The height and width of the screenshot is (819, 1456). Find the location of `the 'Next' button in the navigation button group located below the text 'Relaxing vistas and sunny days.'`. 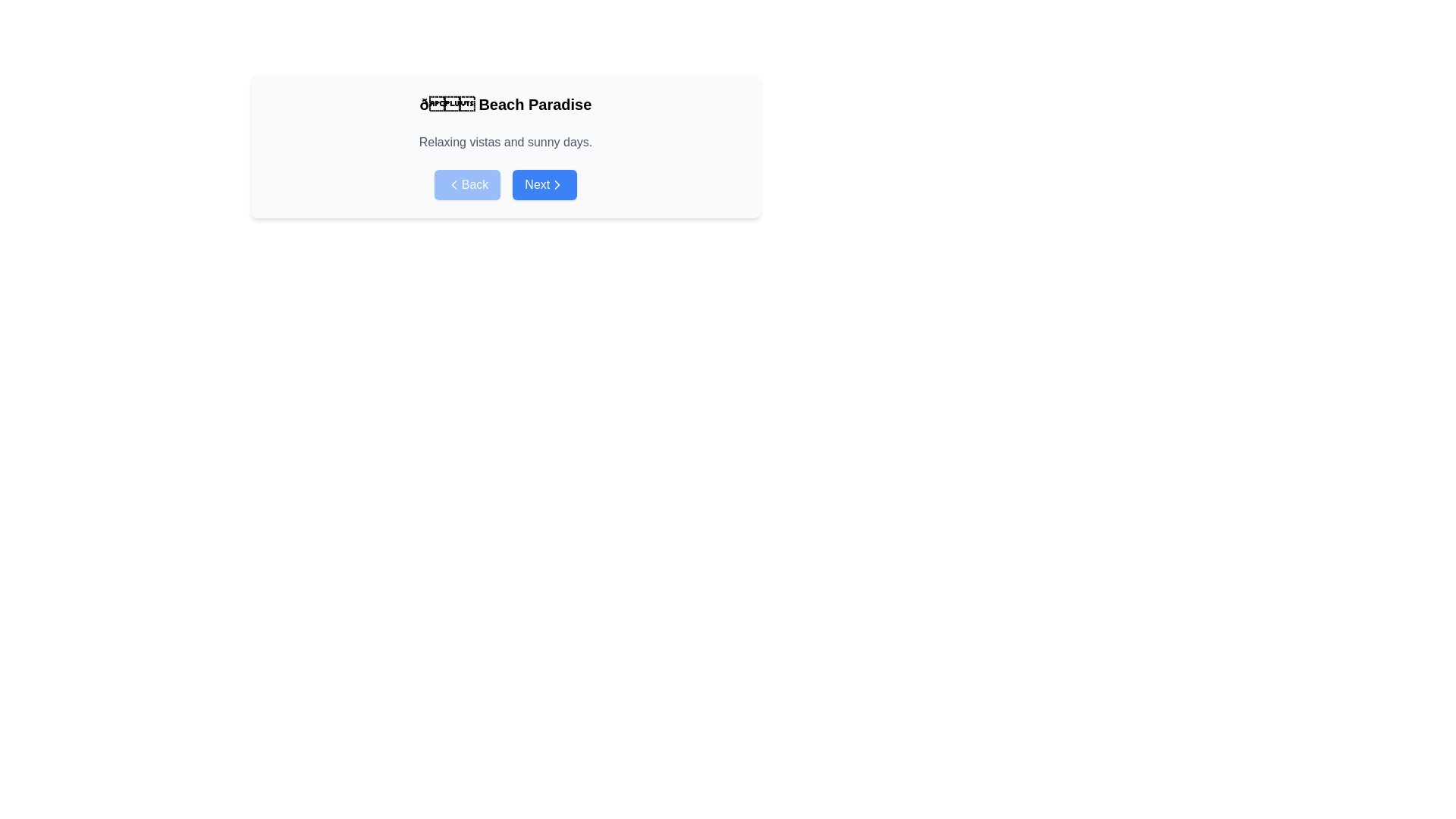

the 'Next' button in the navigation button group located below the text 'Relaxing vistas and sunny days.' is located at coordinates (506, 184).